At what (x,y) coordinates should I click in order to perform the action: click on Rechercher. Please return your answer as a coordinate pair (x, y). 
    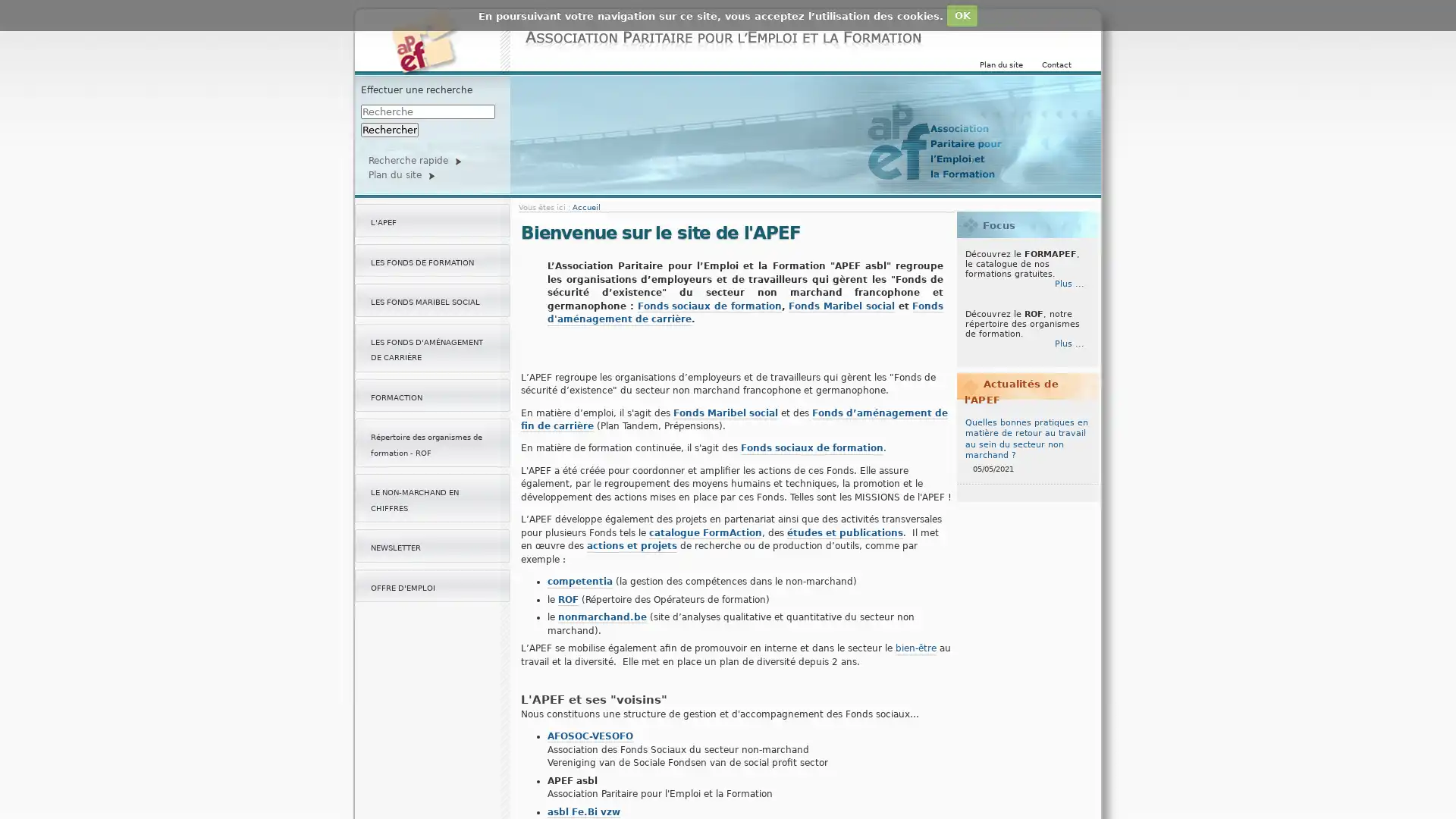
    Looking at the image, I should click on (389, 129).